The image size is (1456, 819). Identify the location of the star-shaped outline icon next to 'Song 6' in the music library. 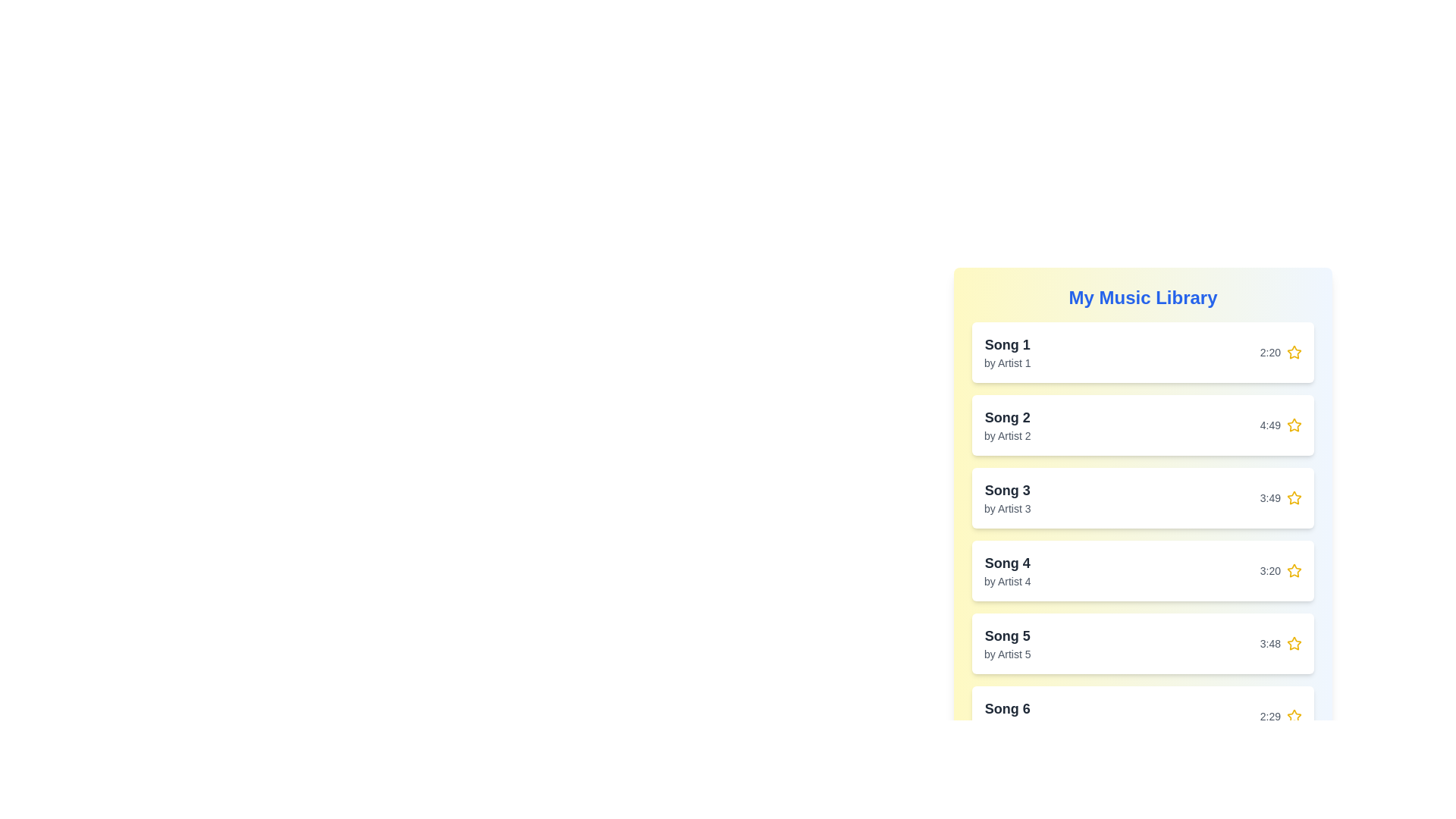
(1292, 716).